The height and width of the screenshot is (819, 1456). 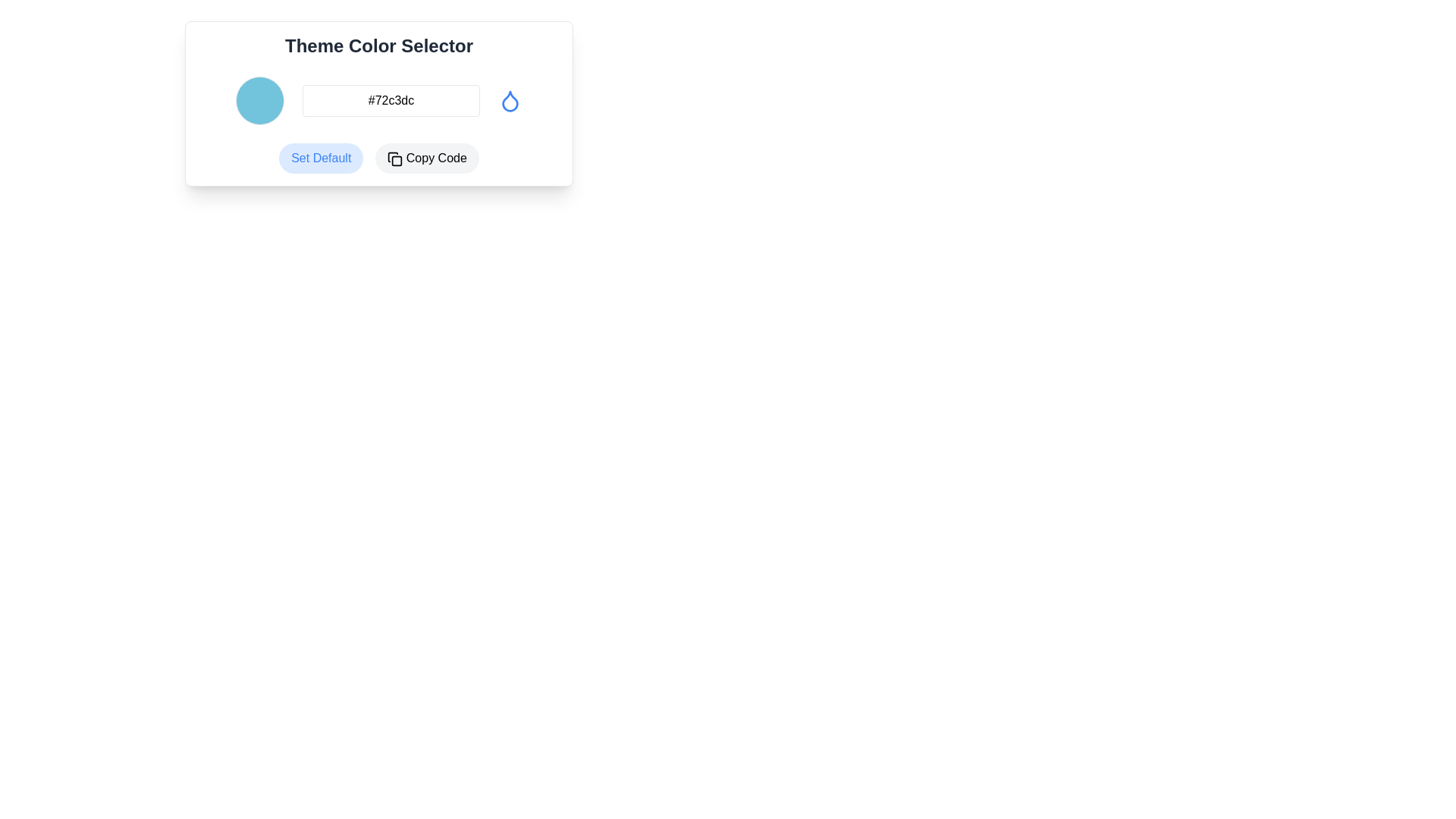 What do you see at coordinates (391, 100) in the screenshot?
I see `the single-line text input field displaying a hex color code value` at bounding box center [391, 100].